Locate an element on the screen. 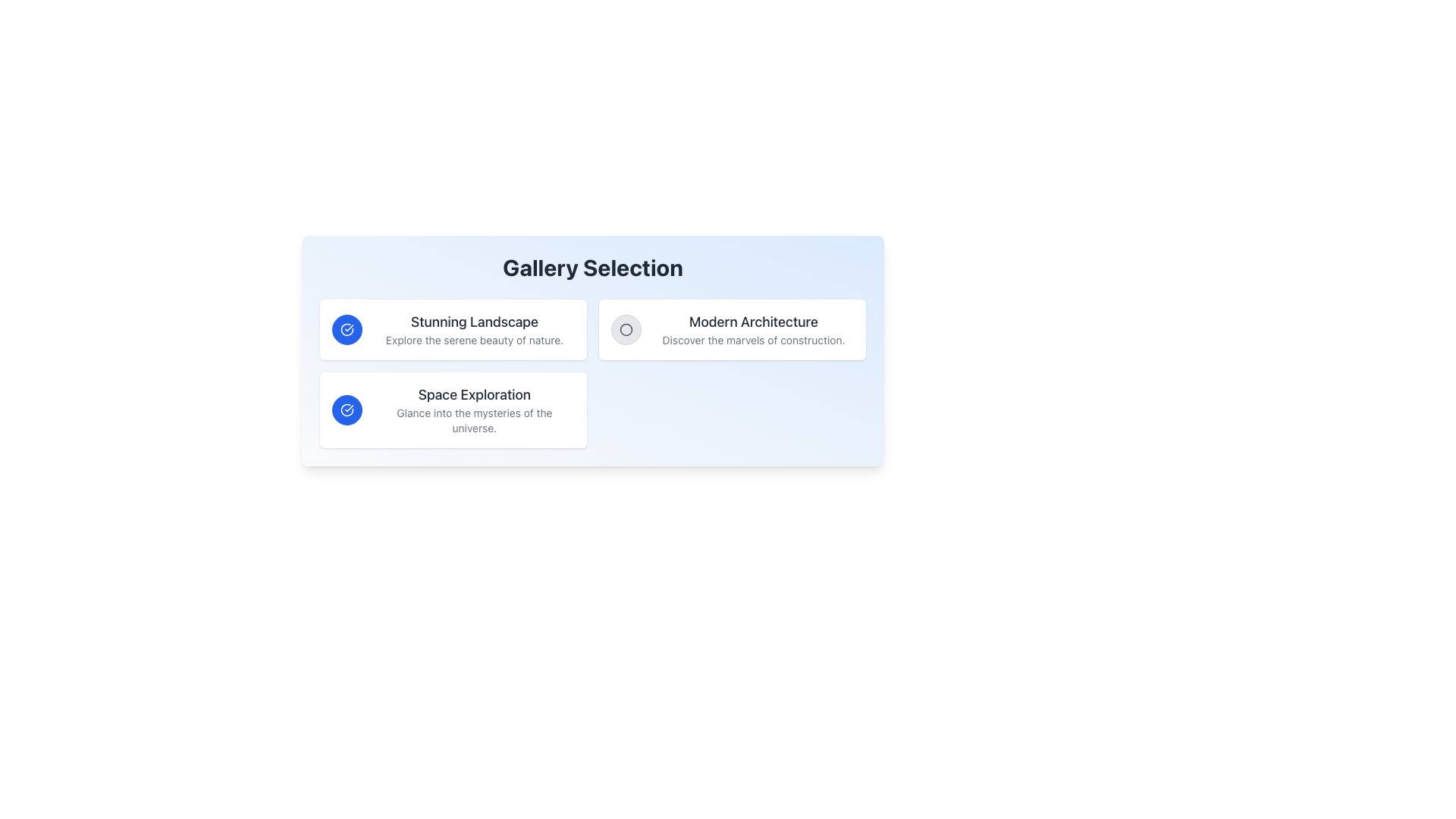 This screenshot has width=1456, height=819. the circular icon with a checkmark inside, styled with a blue fill and white stroke, located in the top-left button of the Gallery Selection section, next to the text 'Stunning Landscape' is located at coordinates (346, 409).